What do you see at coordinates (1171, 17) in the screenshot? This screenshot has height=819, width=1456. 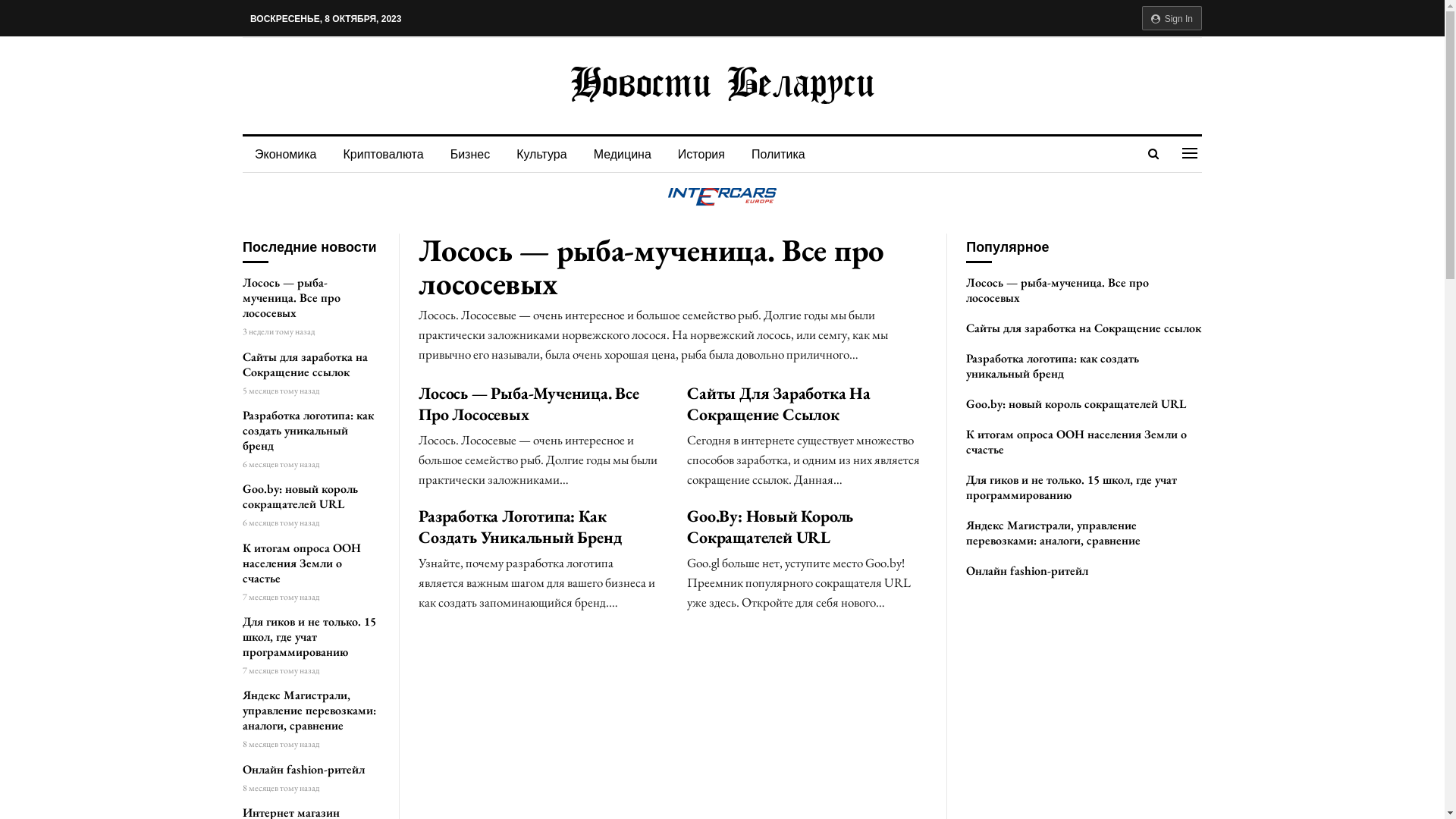 I see `'Sign In'` at bounding box center [1171, 17].